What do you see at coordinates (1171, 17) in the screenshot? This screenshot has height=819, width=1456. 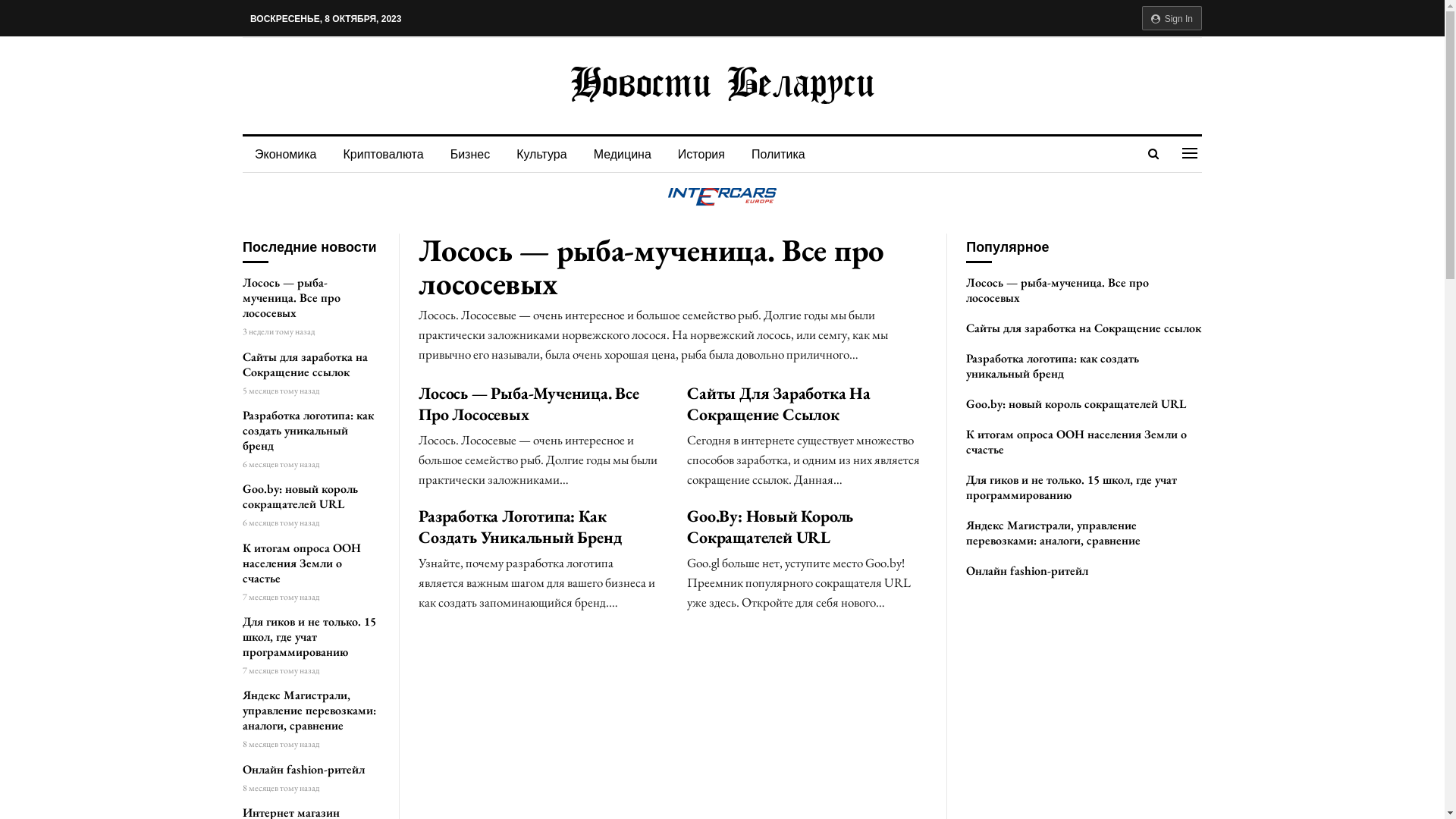 I see `'Sign In'` at bounding box center [1171, 17].